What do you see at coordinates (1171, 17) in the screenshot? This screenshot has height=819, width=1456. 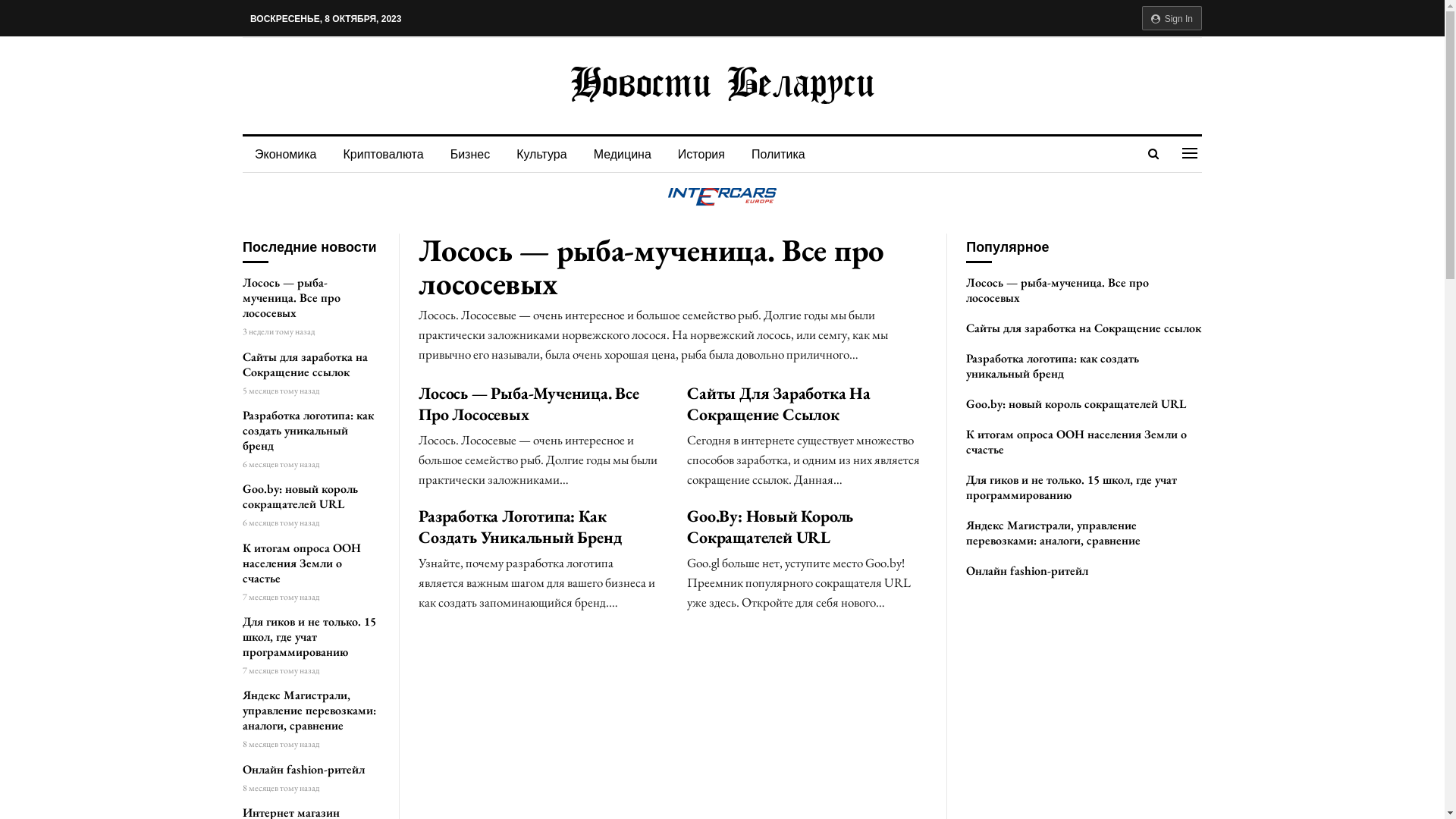 I see `'Sign In'` at bounding box center [1171, 17].